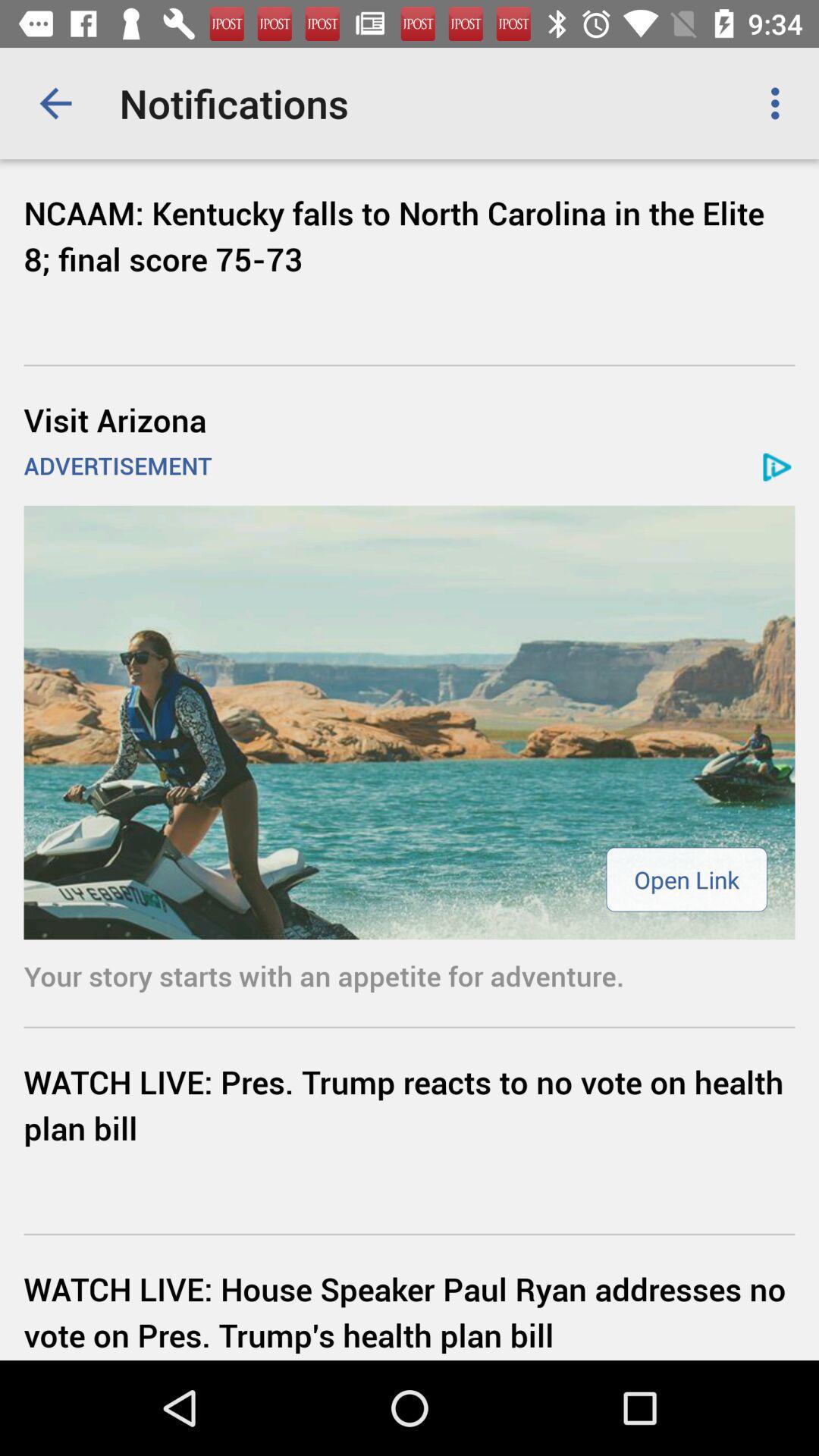 This screenshot has height=1456, width=819. Describe the element at coordinates (409, 419) in the screenshot. I see `icon below ncaam kentucky falls icon` at that location.